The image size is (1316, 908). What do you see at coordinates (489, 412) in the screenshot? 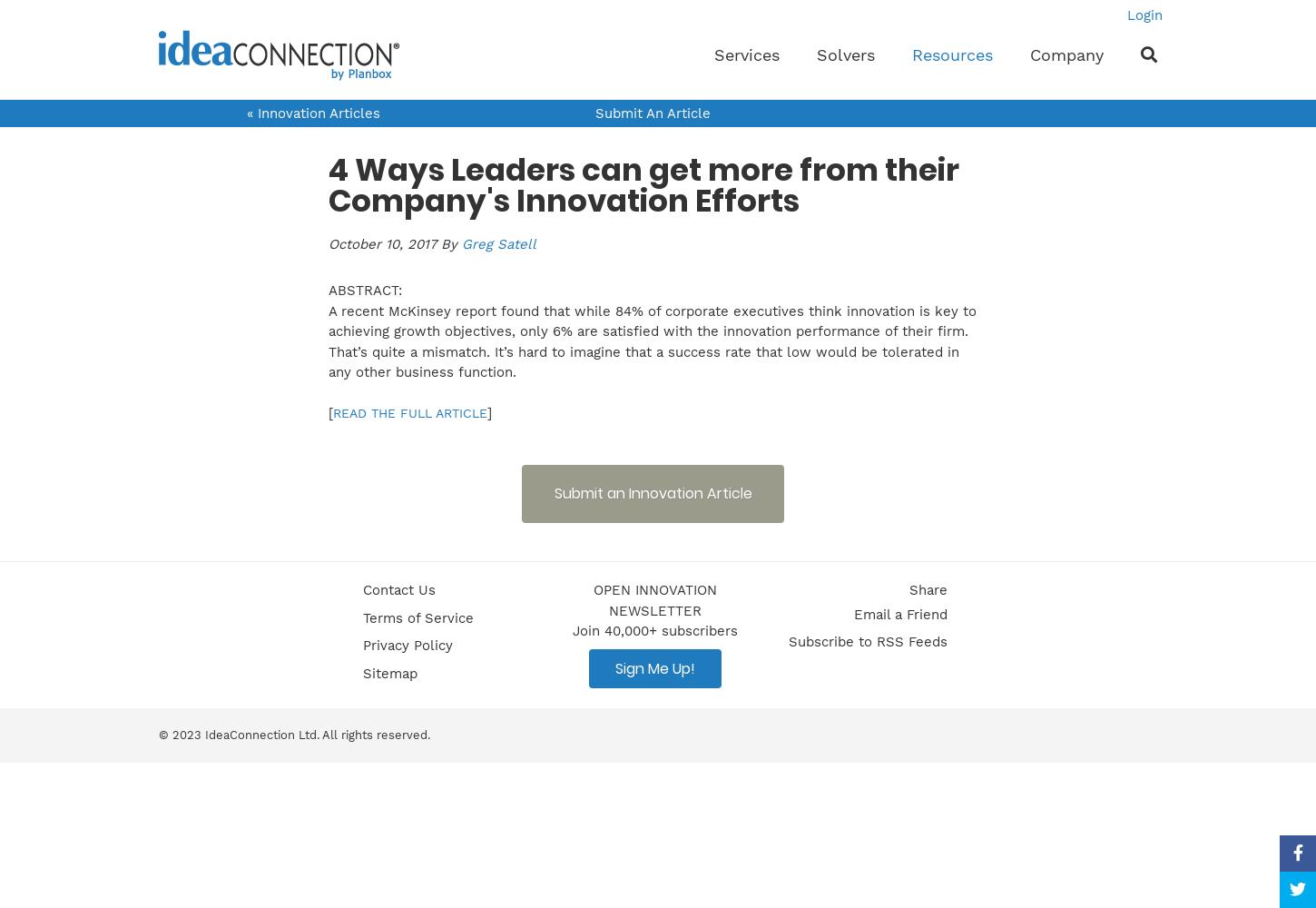
I see `']'` at bounding box center [489, 412].